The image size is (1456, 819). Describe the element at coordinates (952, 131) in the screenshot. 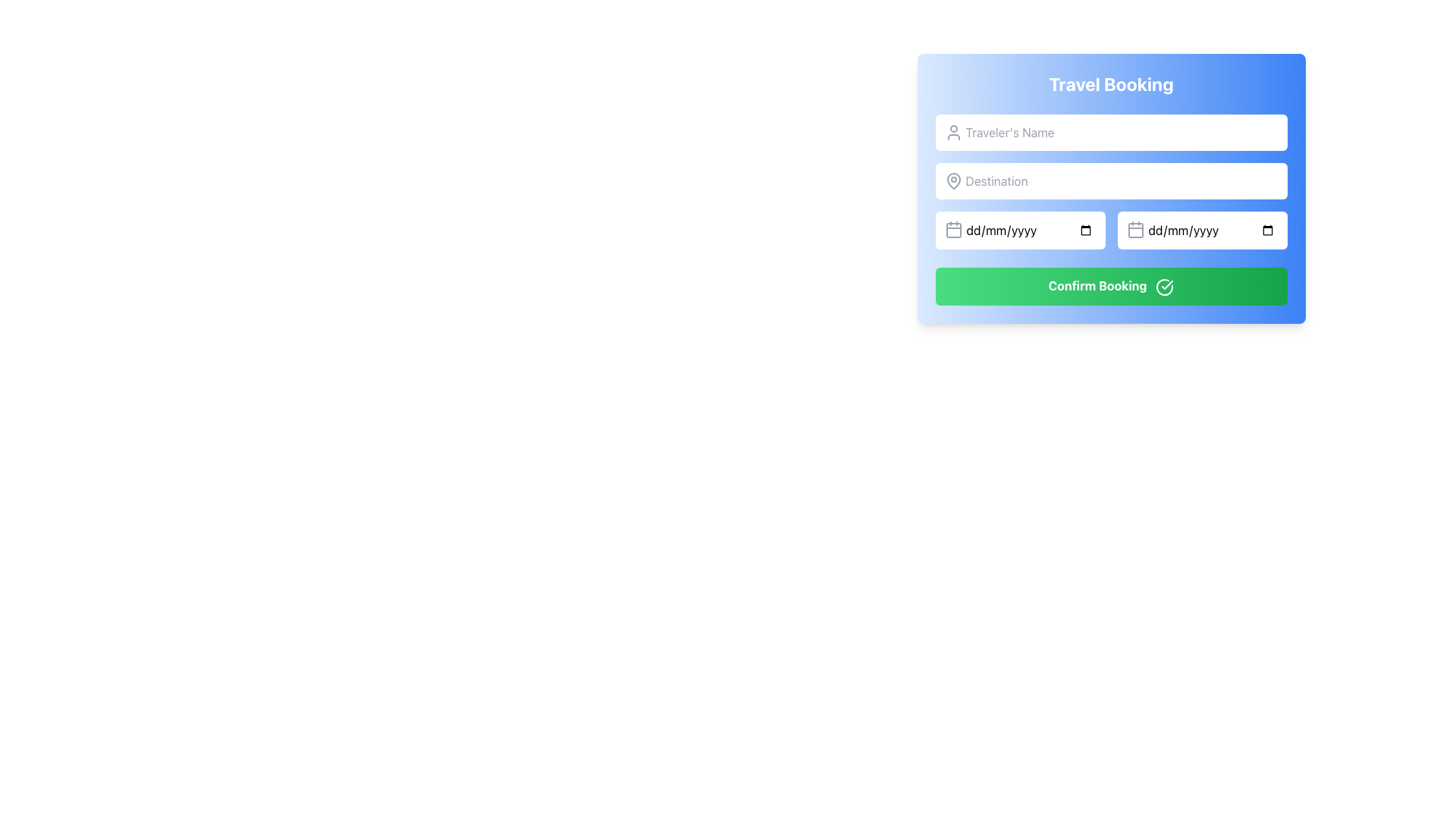

I see `the user profile icon, which is a minimalistic gray stroke silhouette located to the left of the 'Traveler's Name' input field` at that location.